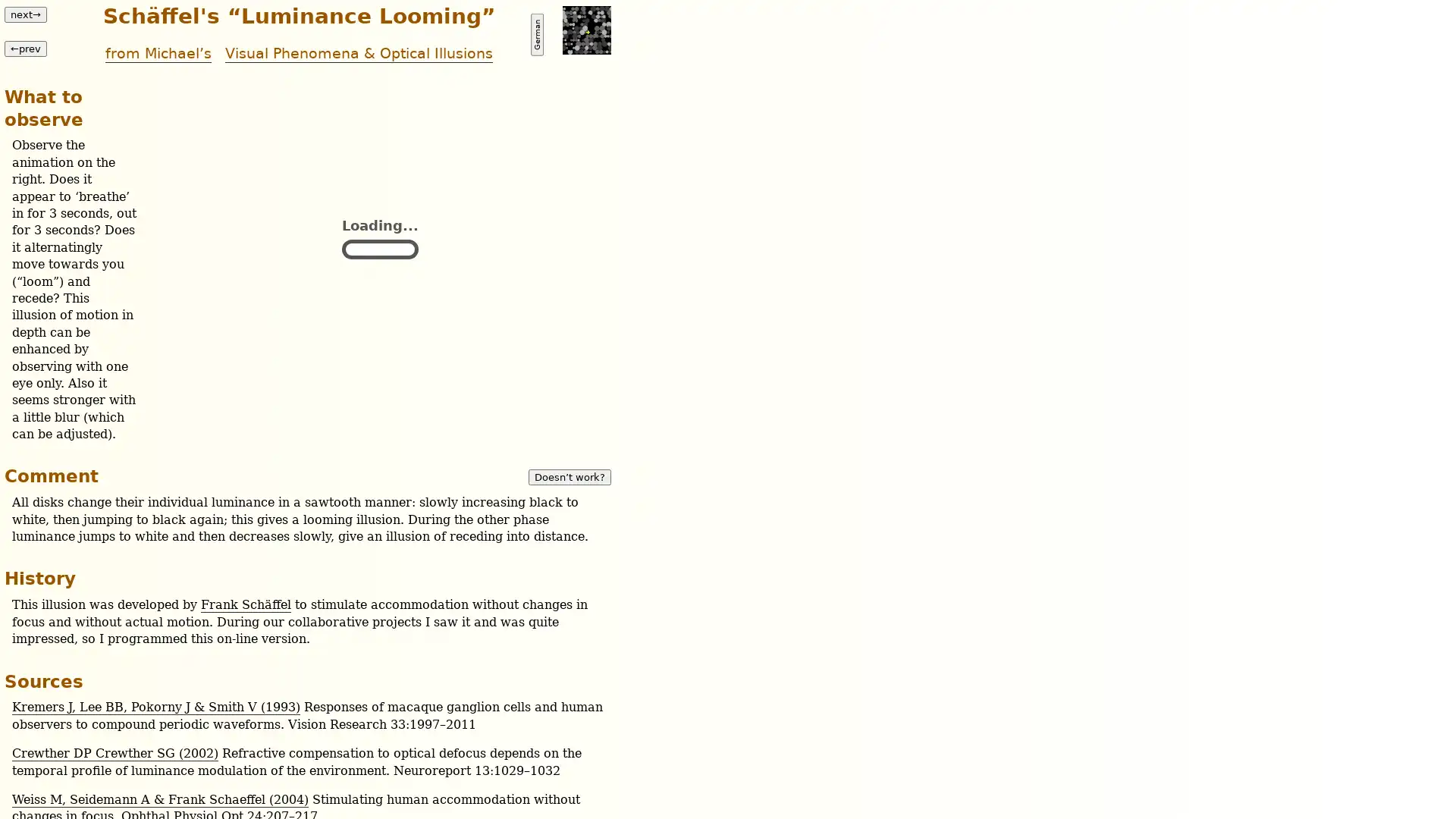  Describe the element at coordinates (25, 14) in the screenshot. I see `next` at that location.